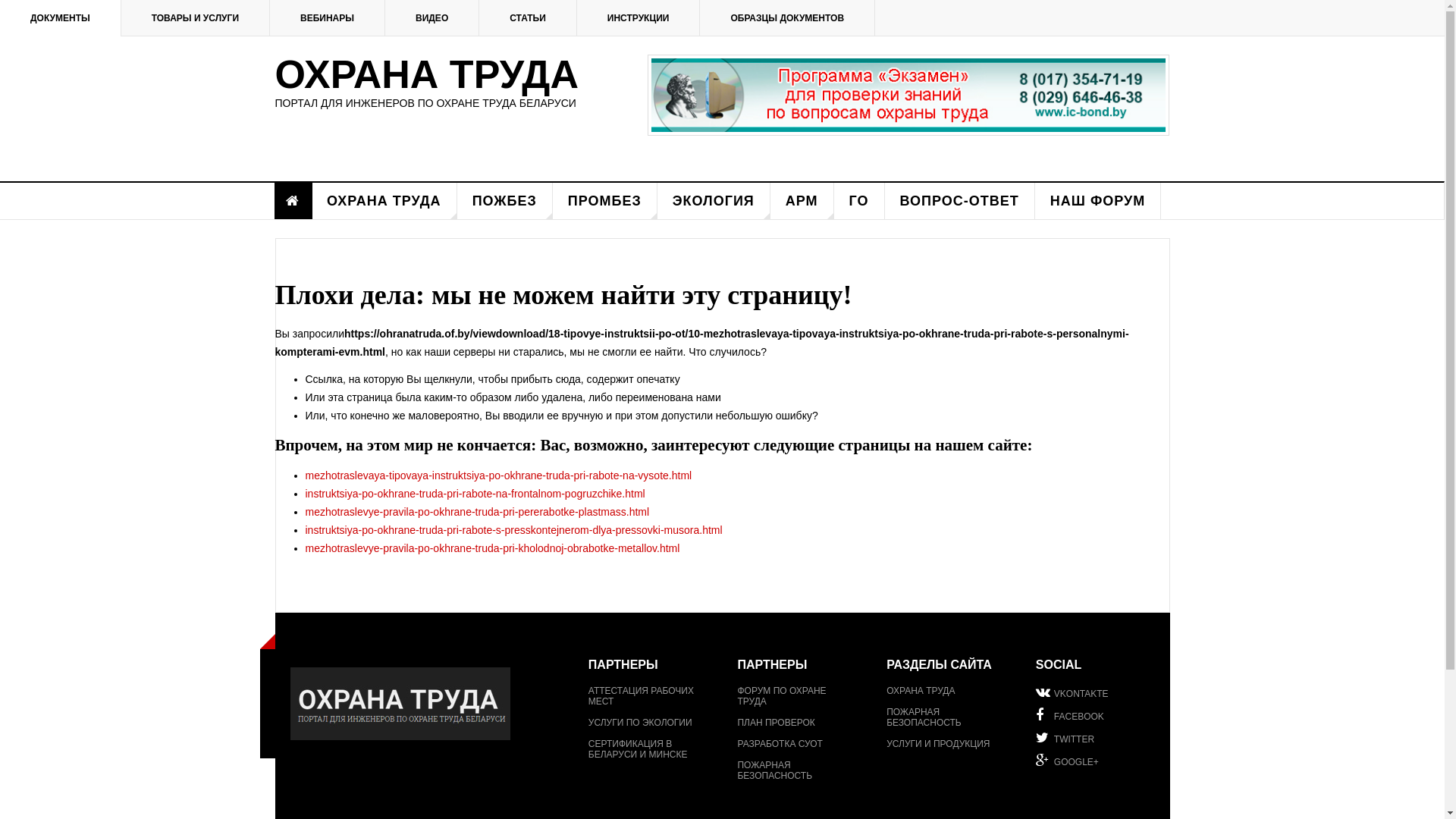 This screenshot has width=1456, height=819. What do you see at coordinates (1095, 760) in the screenshot?
I see `'GOOGLE+'` at bounding box center [1095, 760].